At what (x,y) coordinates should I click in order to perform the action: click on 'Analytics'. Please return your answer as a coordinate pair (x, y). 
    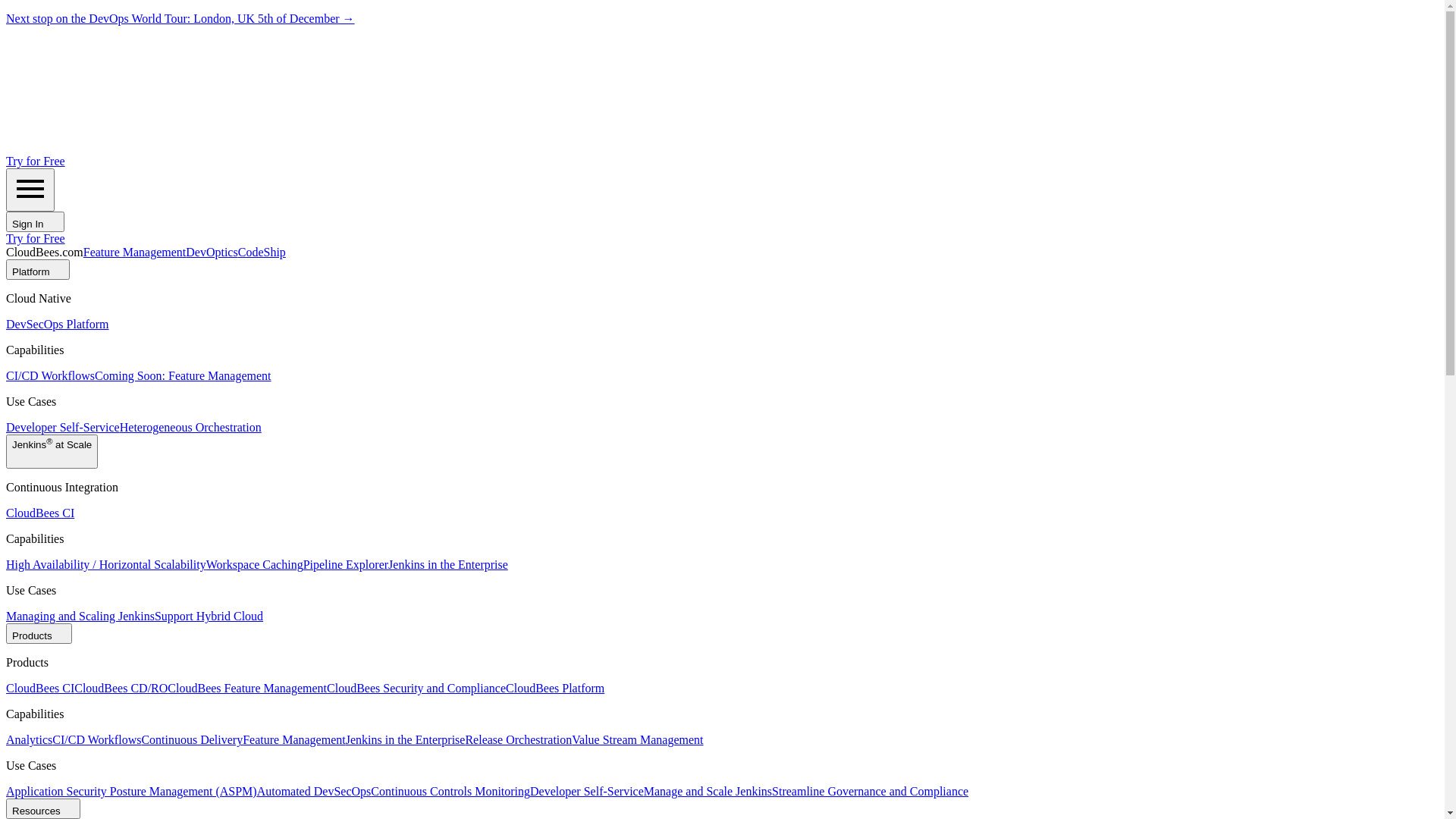
    Looking at the image, I should click on (29, 739).